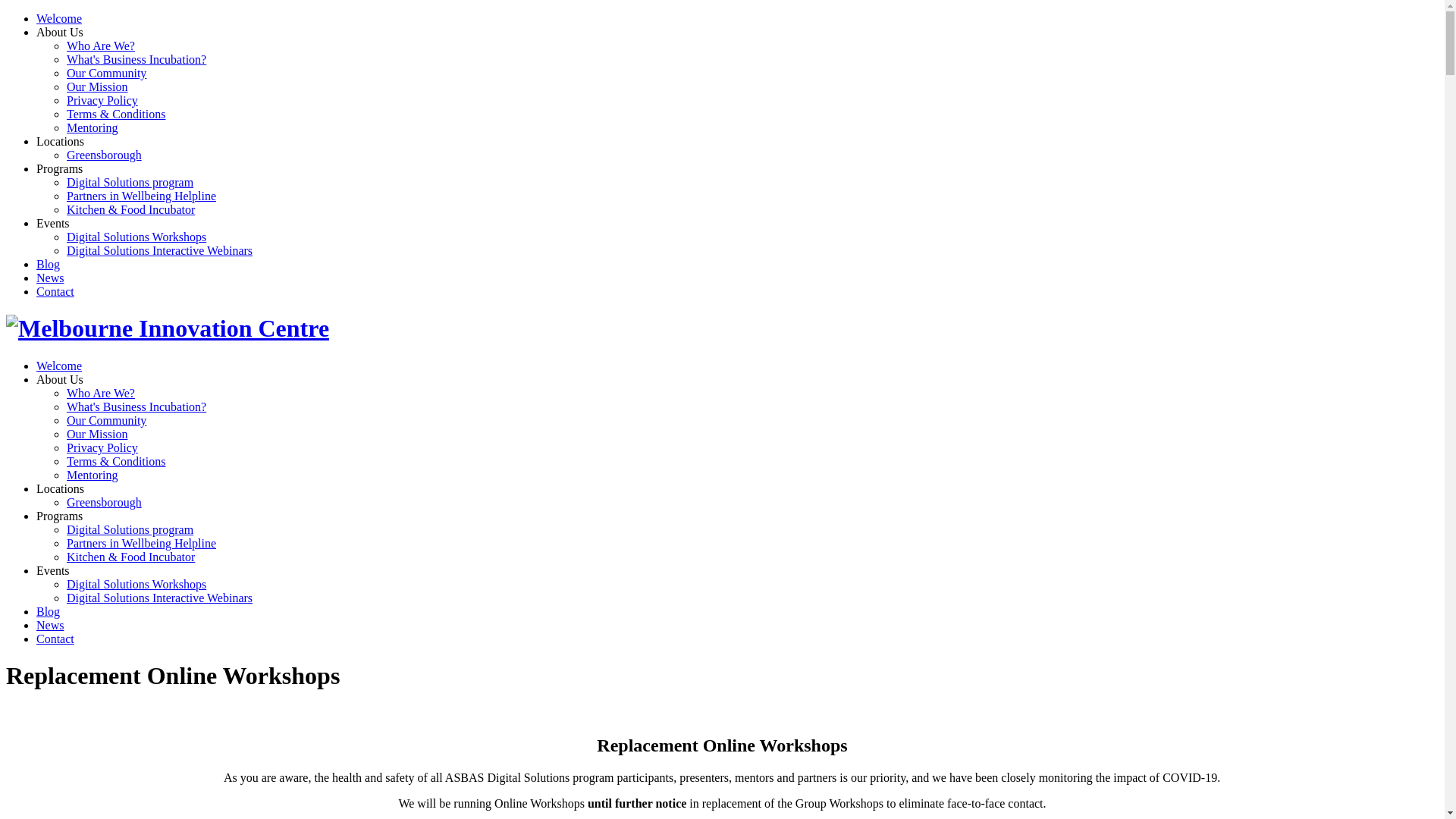 The image size is (1456, 819). What do you see at coordinates (59, 378) in the screenshot?
I see `'About Us'` at bounding box center [59, 378].